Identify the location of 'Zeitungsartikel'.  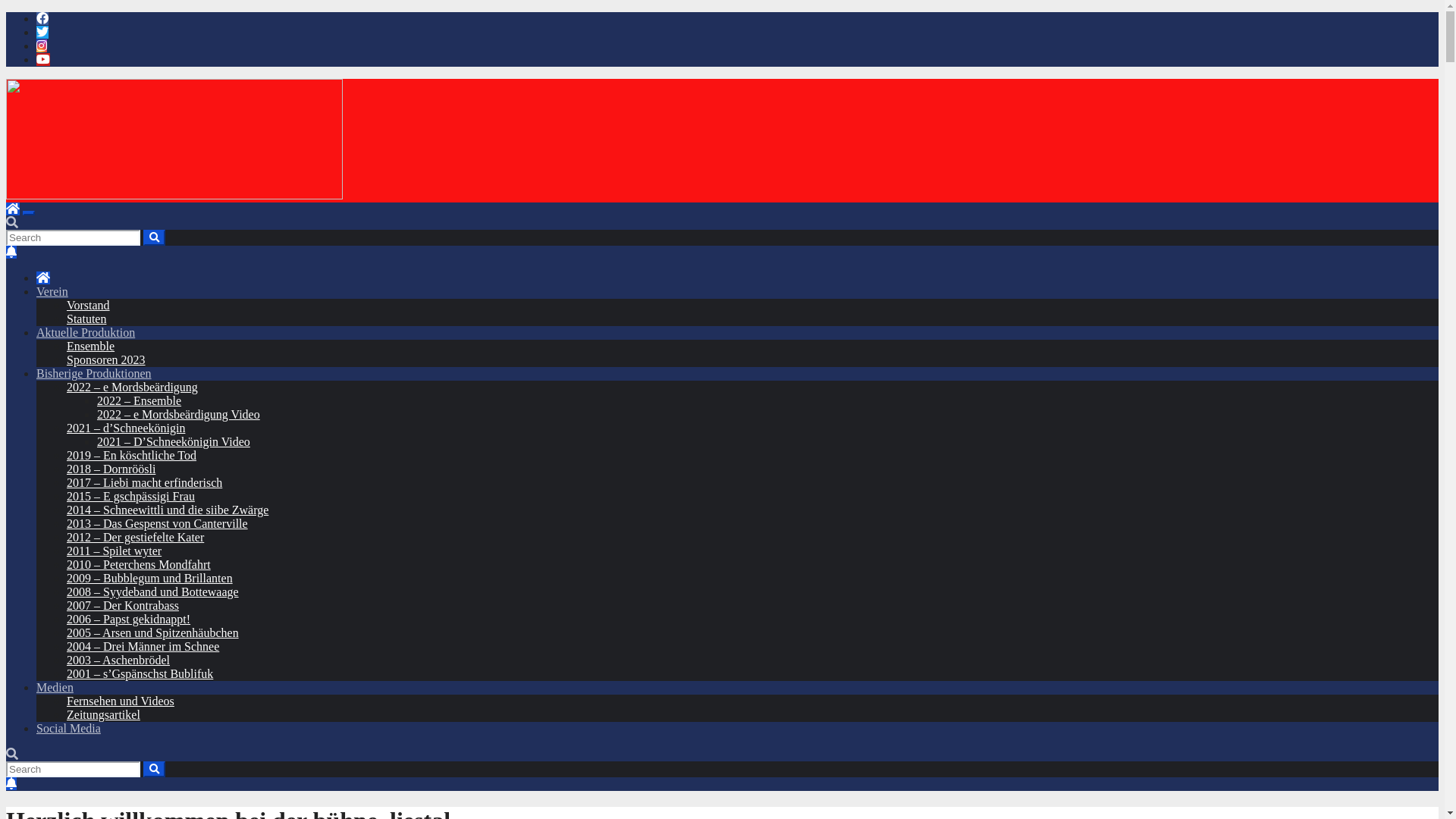
(102, 714).